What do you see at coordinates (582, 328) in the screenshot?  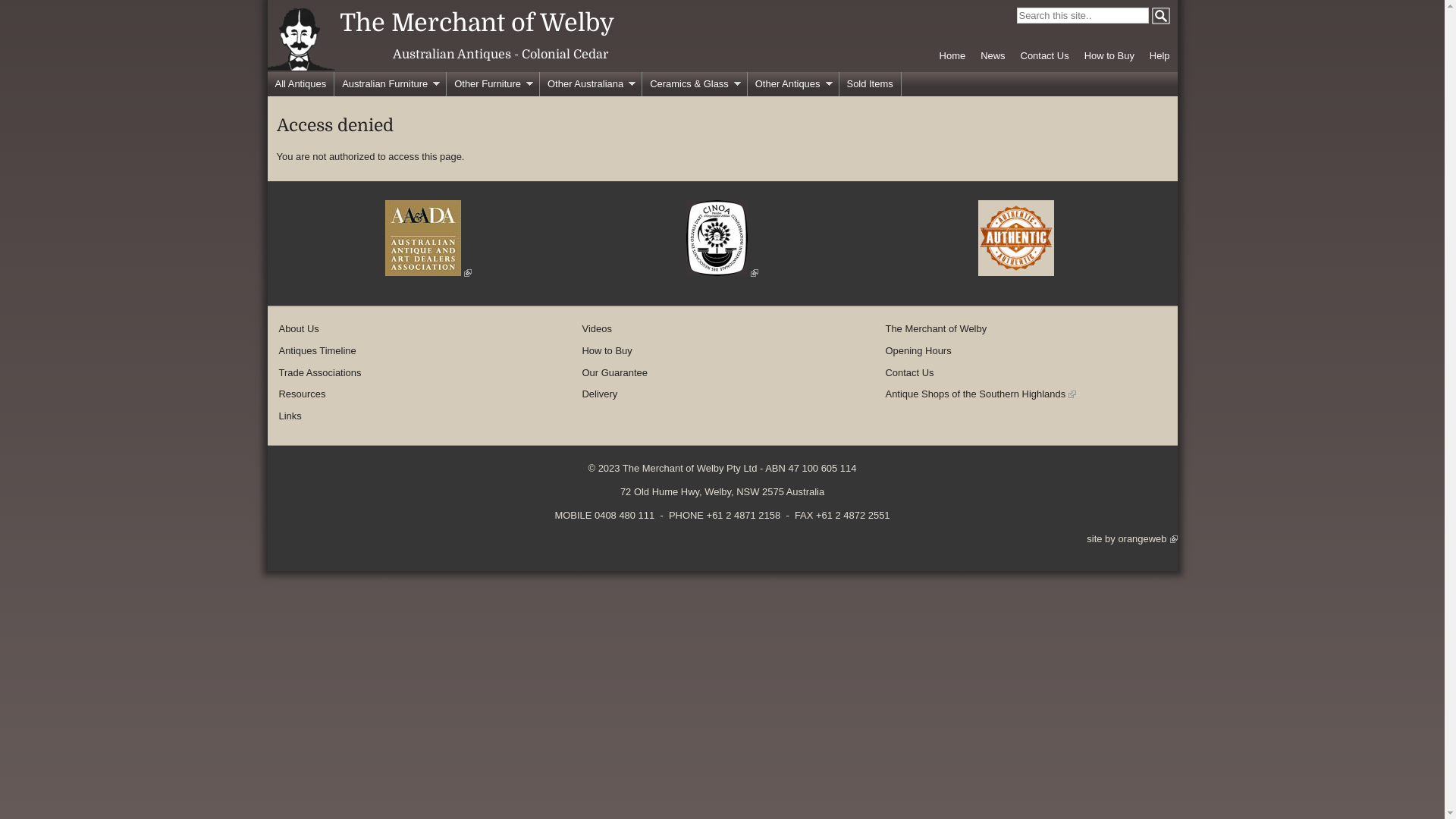 I see `'Videos'` at bounding box center [582, 328].